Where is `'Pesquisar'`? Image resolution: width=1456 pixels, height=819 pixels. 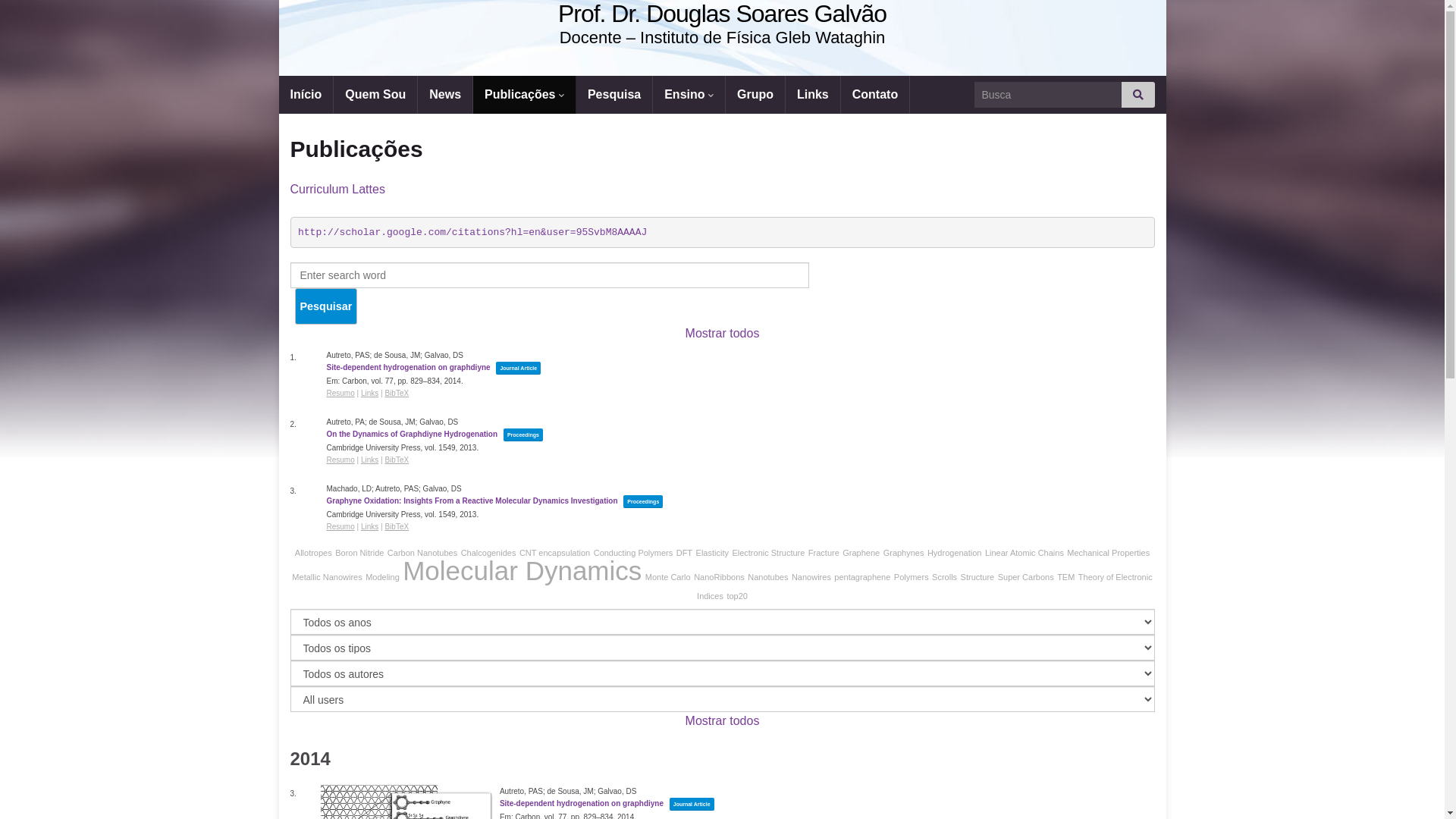
'Pesquisar' is located at coordinates (325, 306).